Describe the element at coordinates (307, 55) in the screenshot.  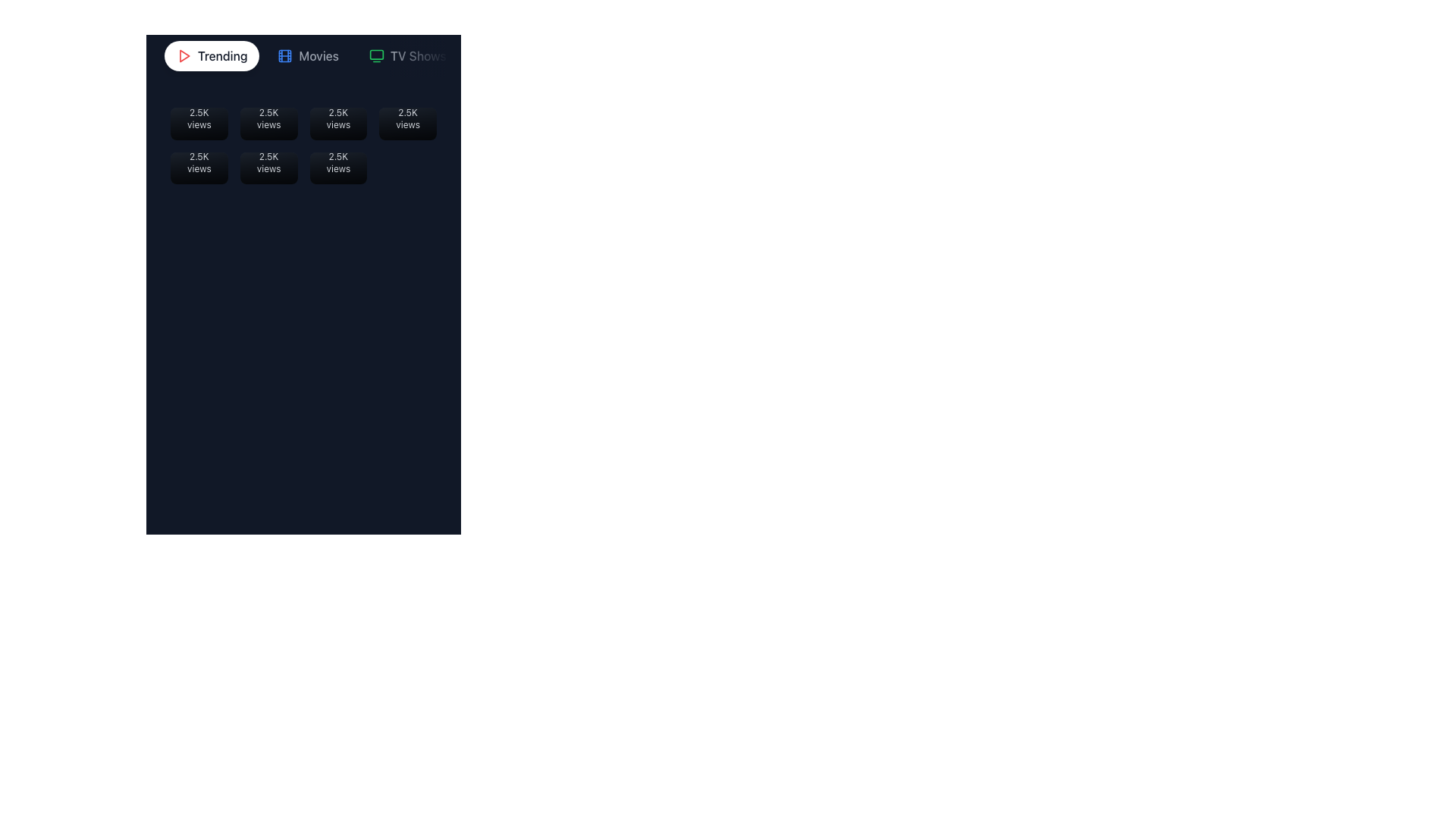
I see `the navigation button for movies located between the 'Trending' and 'TV Shows' buttons to trigger the hover effect` at that location.